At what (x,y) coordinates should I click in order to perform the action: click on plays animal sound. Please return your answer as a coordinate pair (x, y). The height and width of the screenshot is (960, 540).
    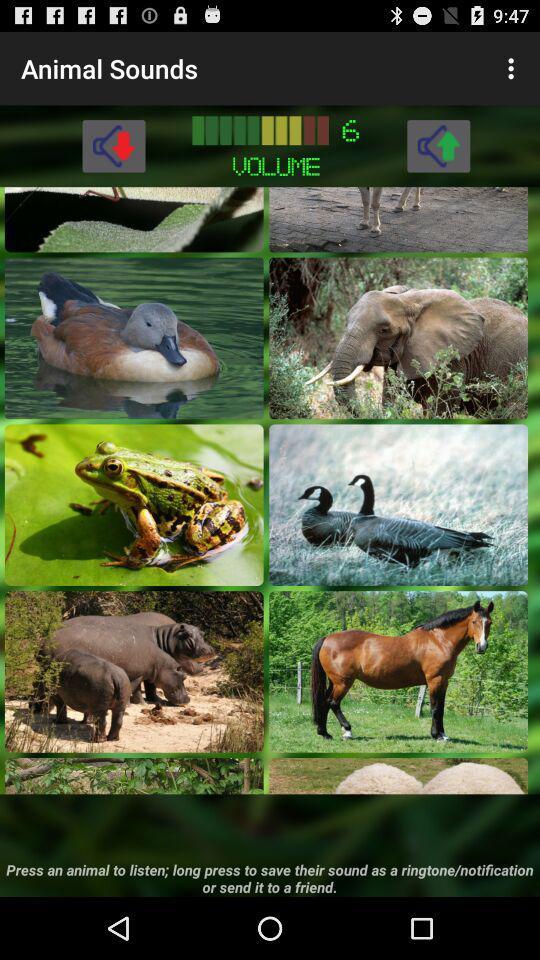
    Looking at the image, I should click on (134, 775).